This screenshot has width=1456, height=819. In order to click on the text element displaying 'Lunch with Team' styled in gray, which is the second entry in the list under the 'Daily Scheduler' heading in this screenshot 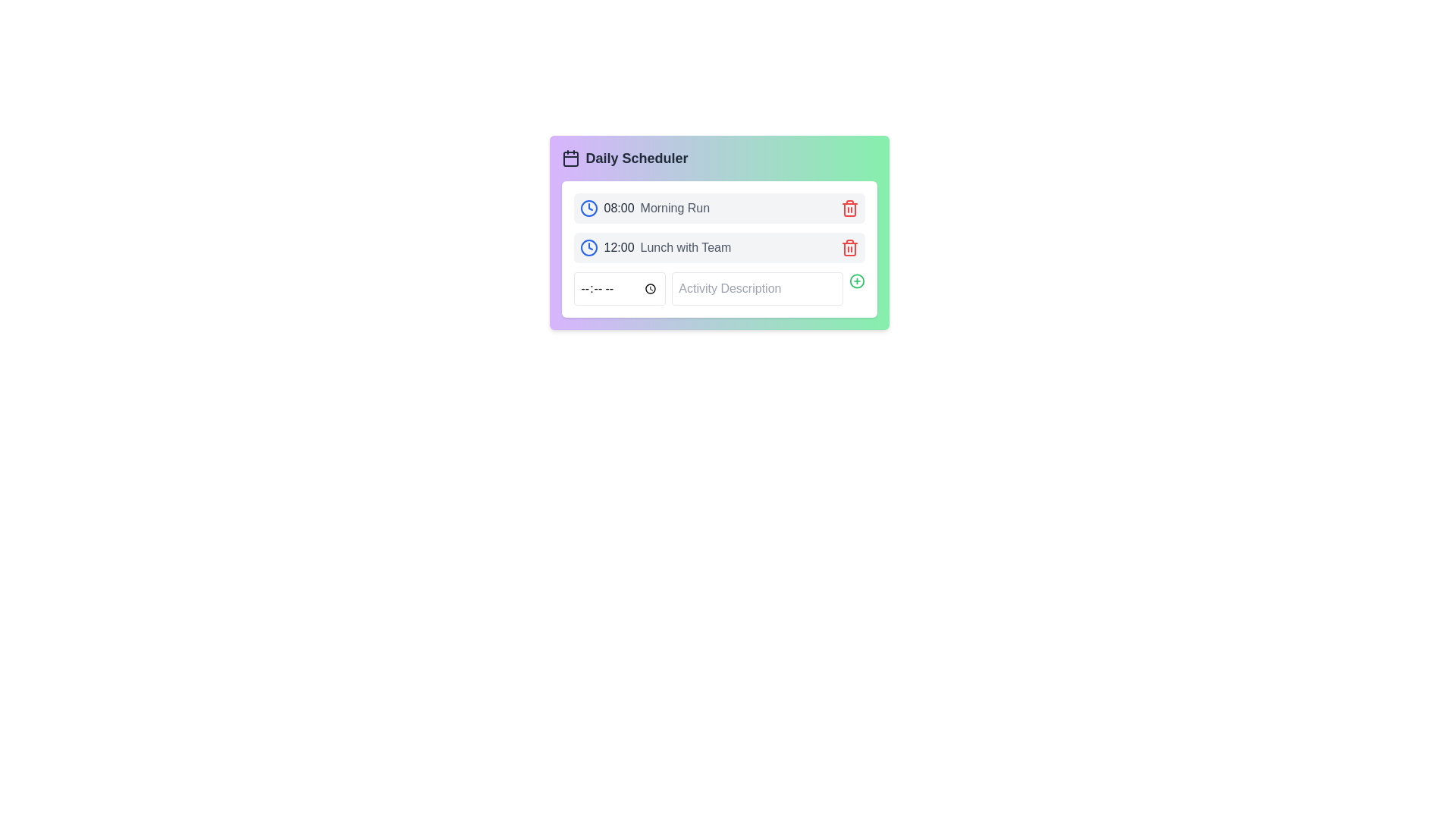, I will do `click(685, 247)`.